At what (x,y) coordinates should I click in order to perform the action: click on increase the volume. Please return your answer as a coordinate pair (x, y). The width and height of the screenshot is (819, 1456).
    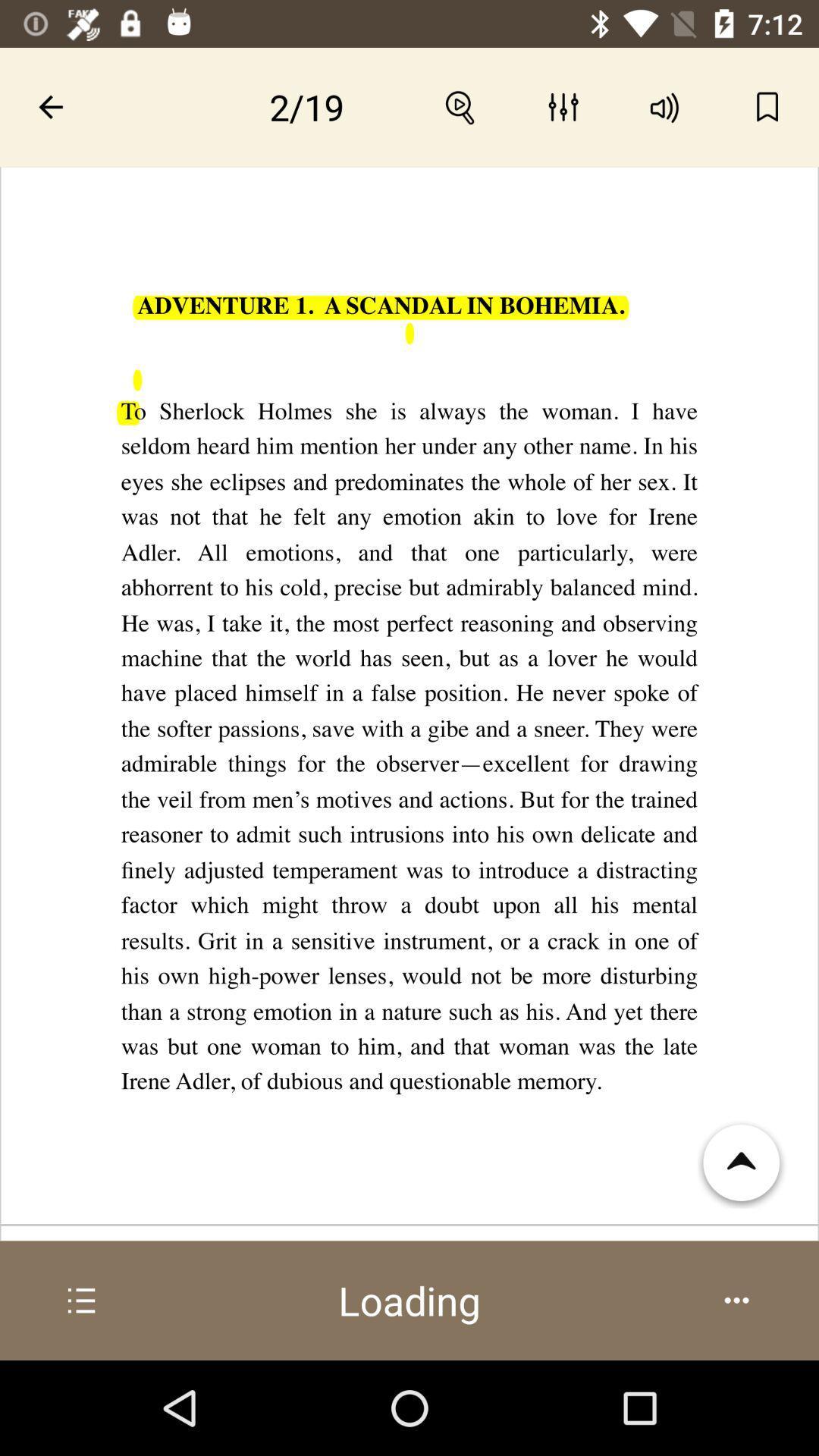
    Looking at the image, I should click on (664, 106).